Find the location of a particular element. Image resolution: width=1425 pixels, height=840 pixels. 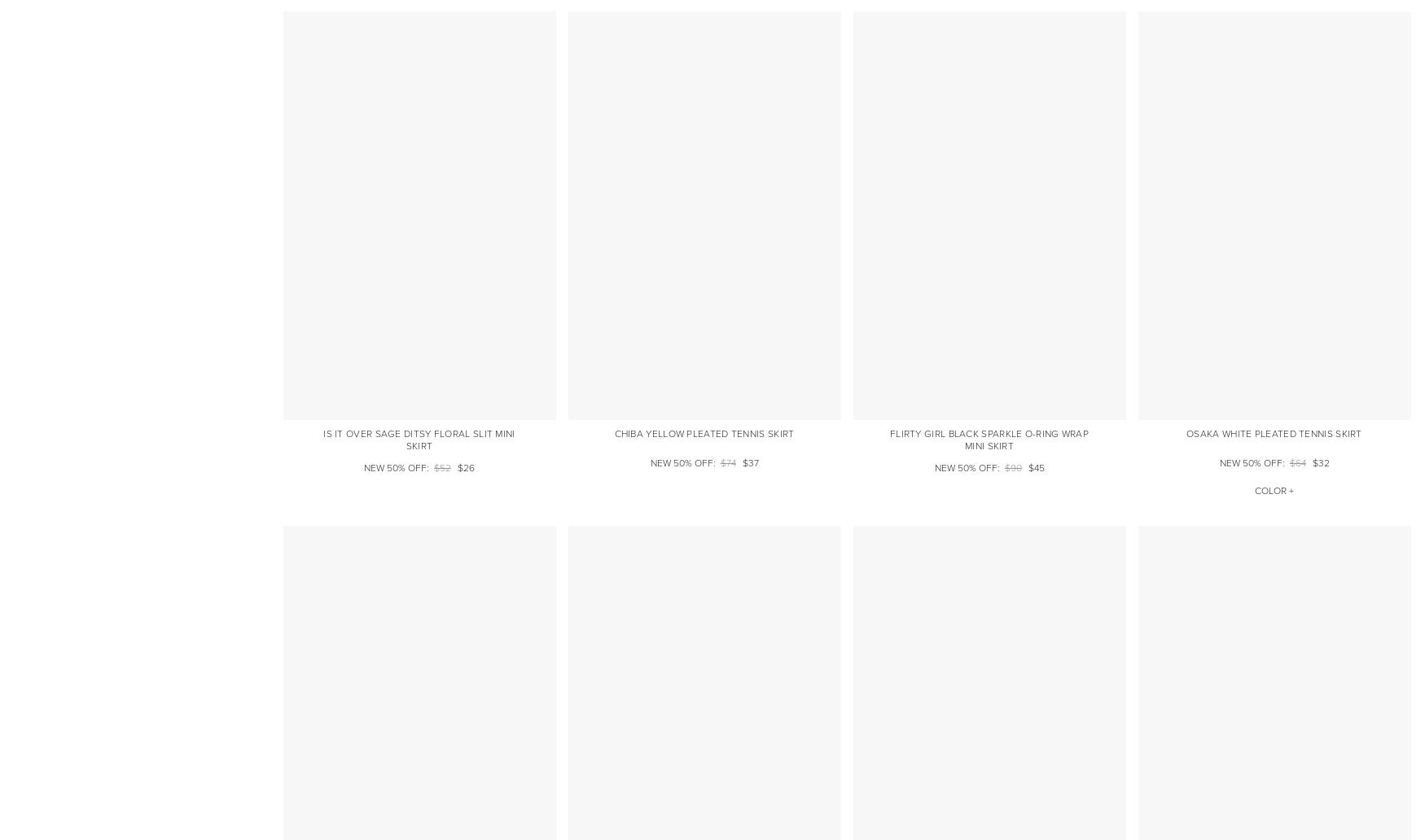

'$64' is located at coordinates (1297, 463).